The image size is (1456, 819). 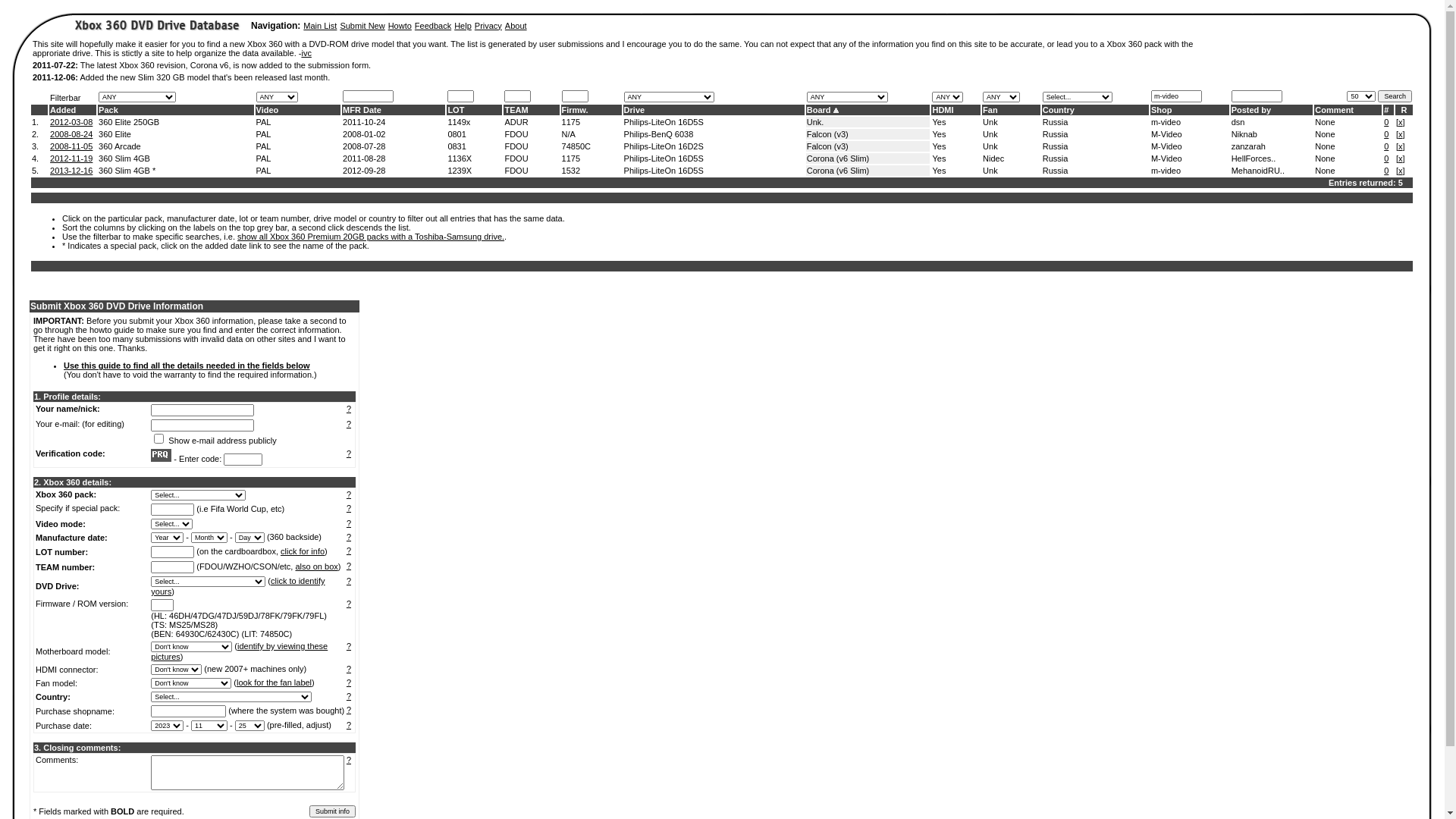 What do you see at coordinates (1055, 121) in the screenshot?
I see `'Russia'` at bounding box center [1055, 121].